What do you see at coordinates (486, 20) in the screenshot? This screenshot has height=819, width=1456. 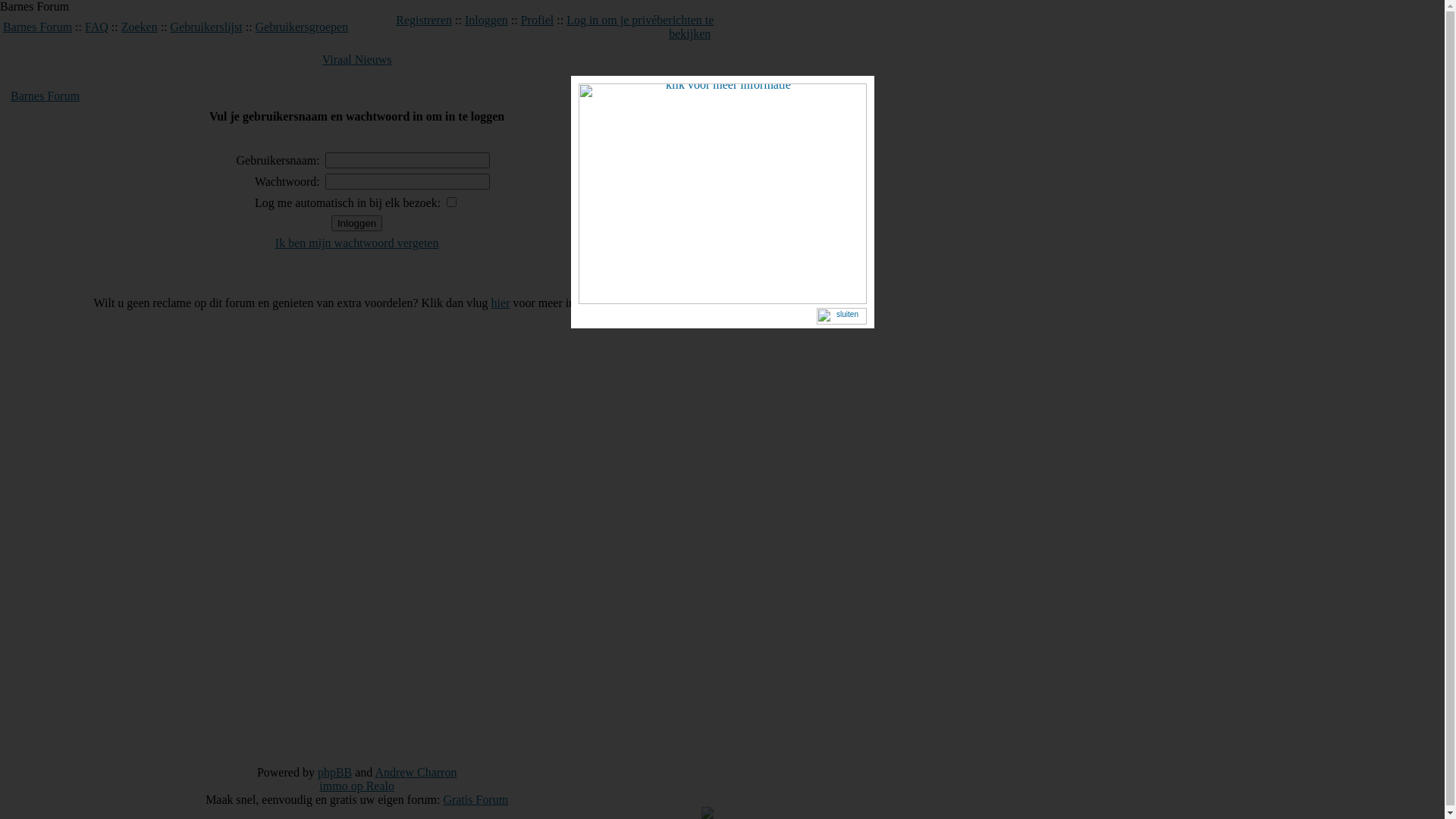 I see `'Inloggen'` at bounding box center [486, 20].